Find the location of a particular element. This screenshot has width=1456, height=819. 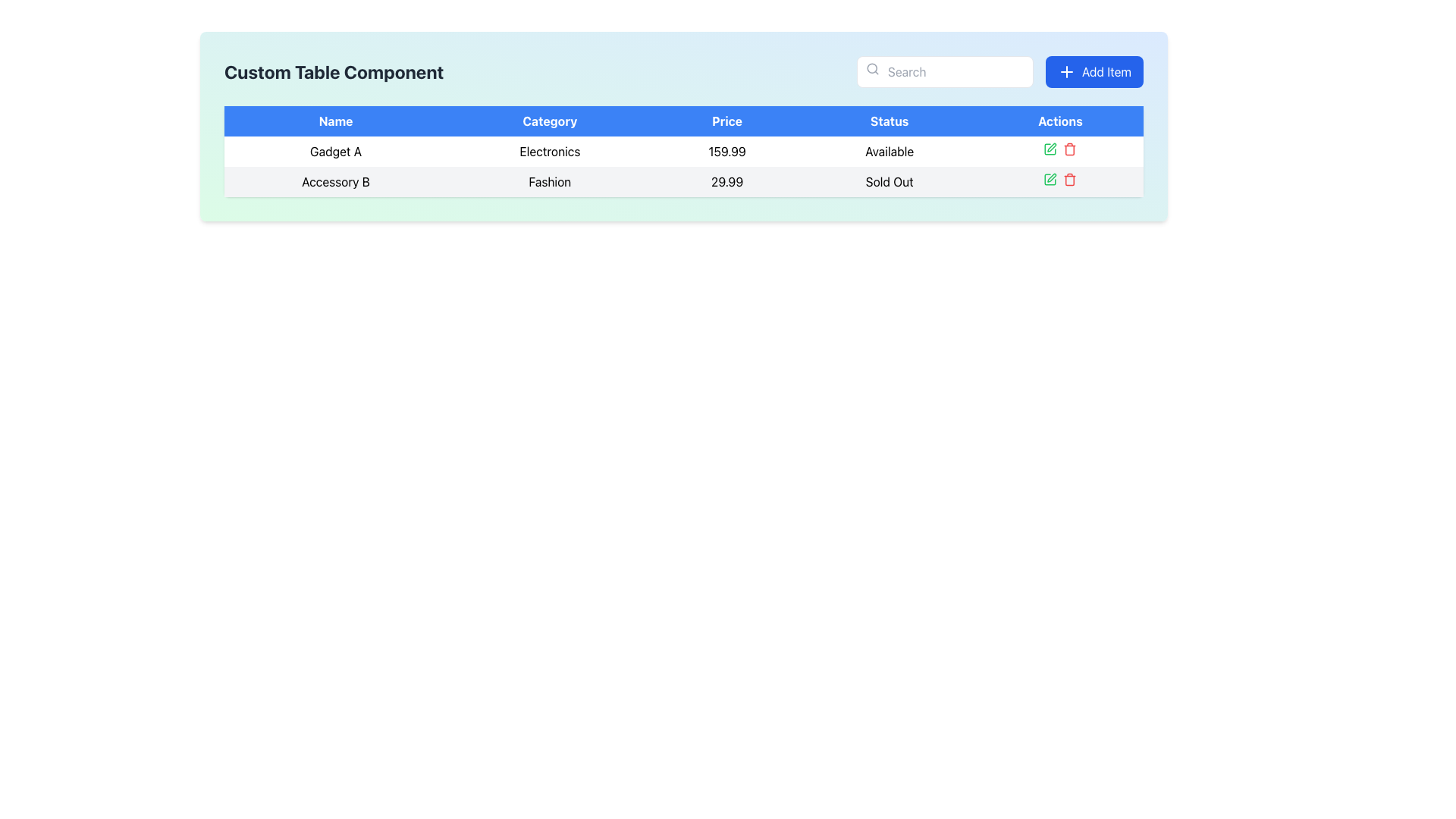

the 'Add' icon located on the 'Add Item' button in the top-right section of the interface is located at coordinates (1065, 72).